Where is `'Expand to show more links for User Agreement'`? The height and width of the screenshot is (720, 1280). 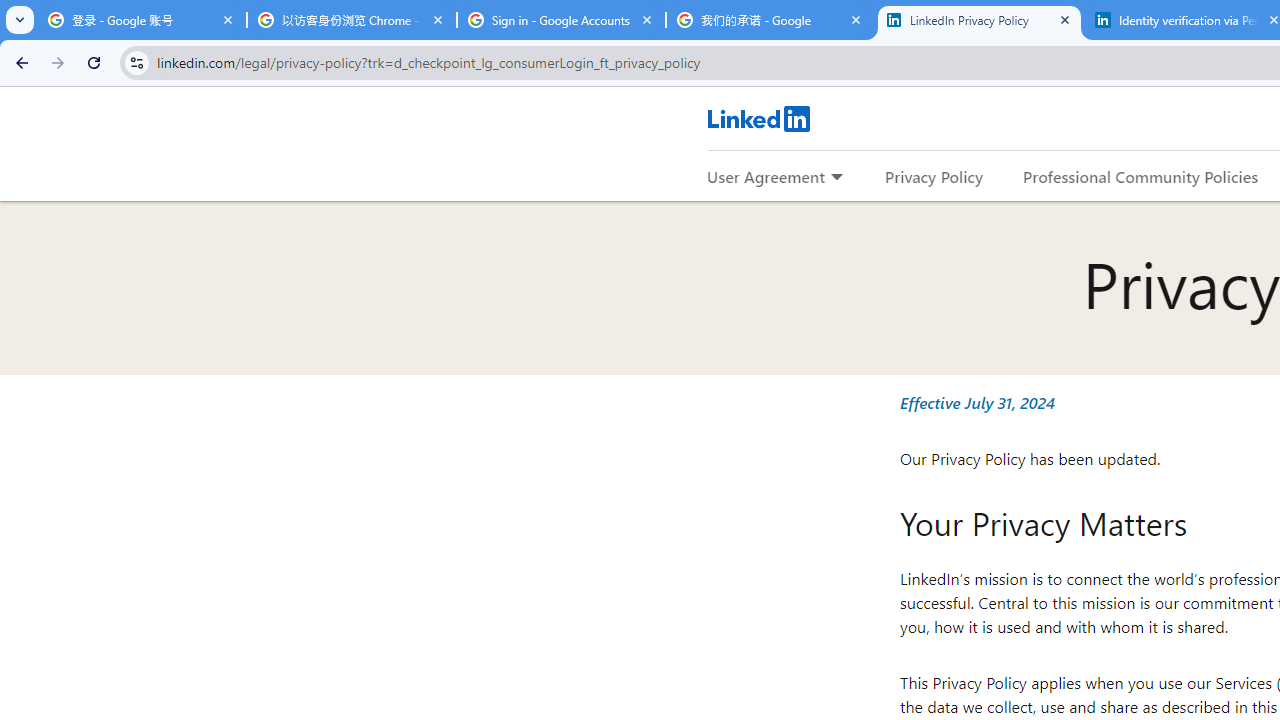 'Expand to show more links for User Agreement' is located at coordinates (836, 177).